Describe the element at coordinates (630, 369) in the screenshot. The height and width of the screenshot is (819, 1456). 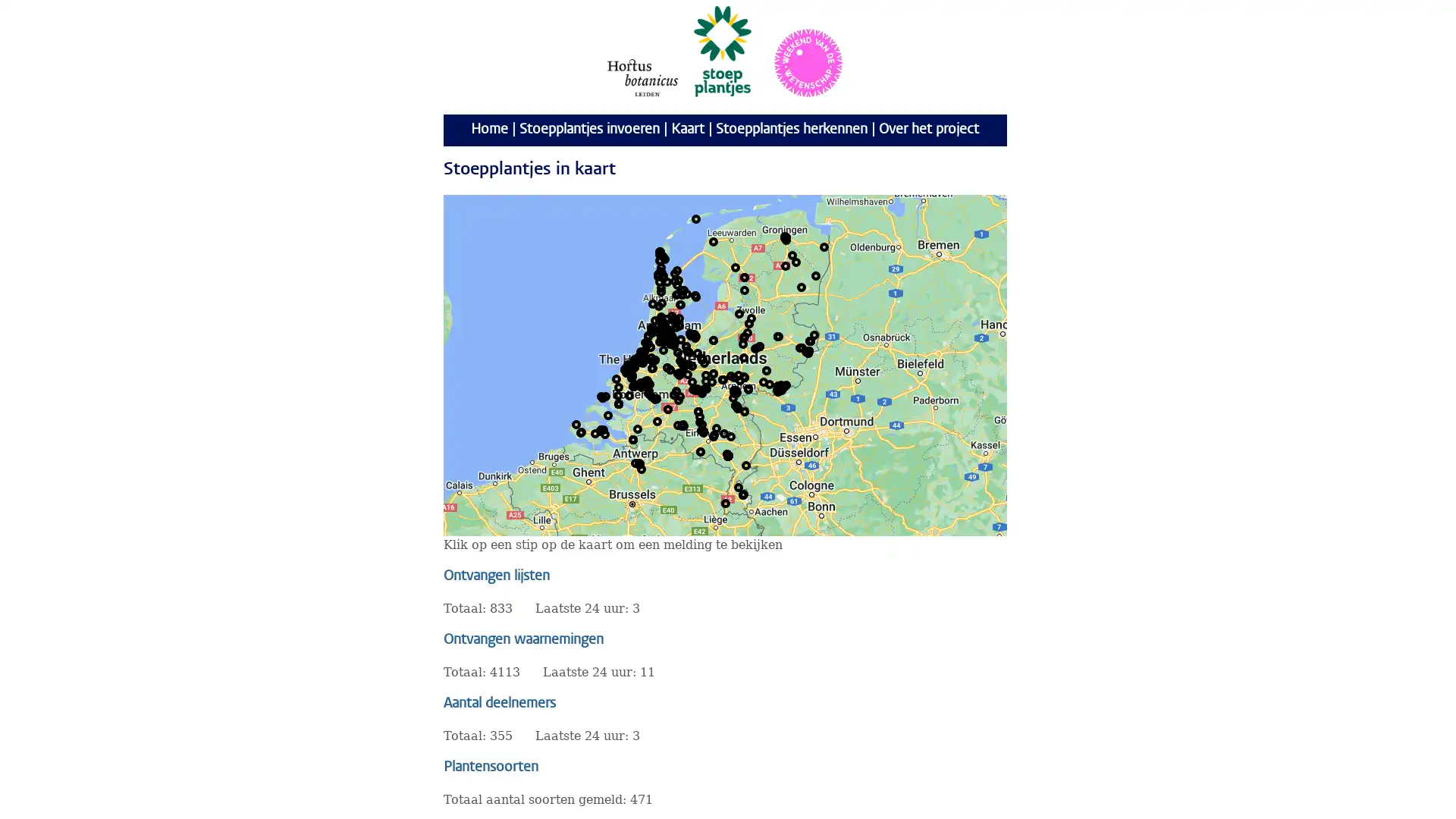
I see `Telling van Annemiek op 07 mei 2022` at that location.